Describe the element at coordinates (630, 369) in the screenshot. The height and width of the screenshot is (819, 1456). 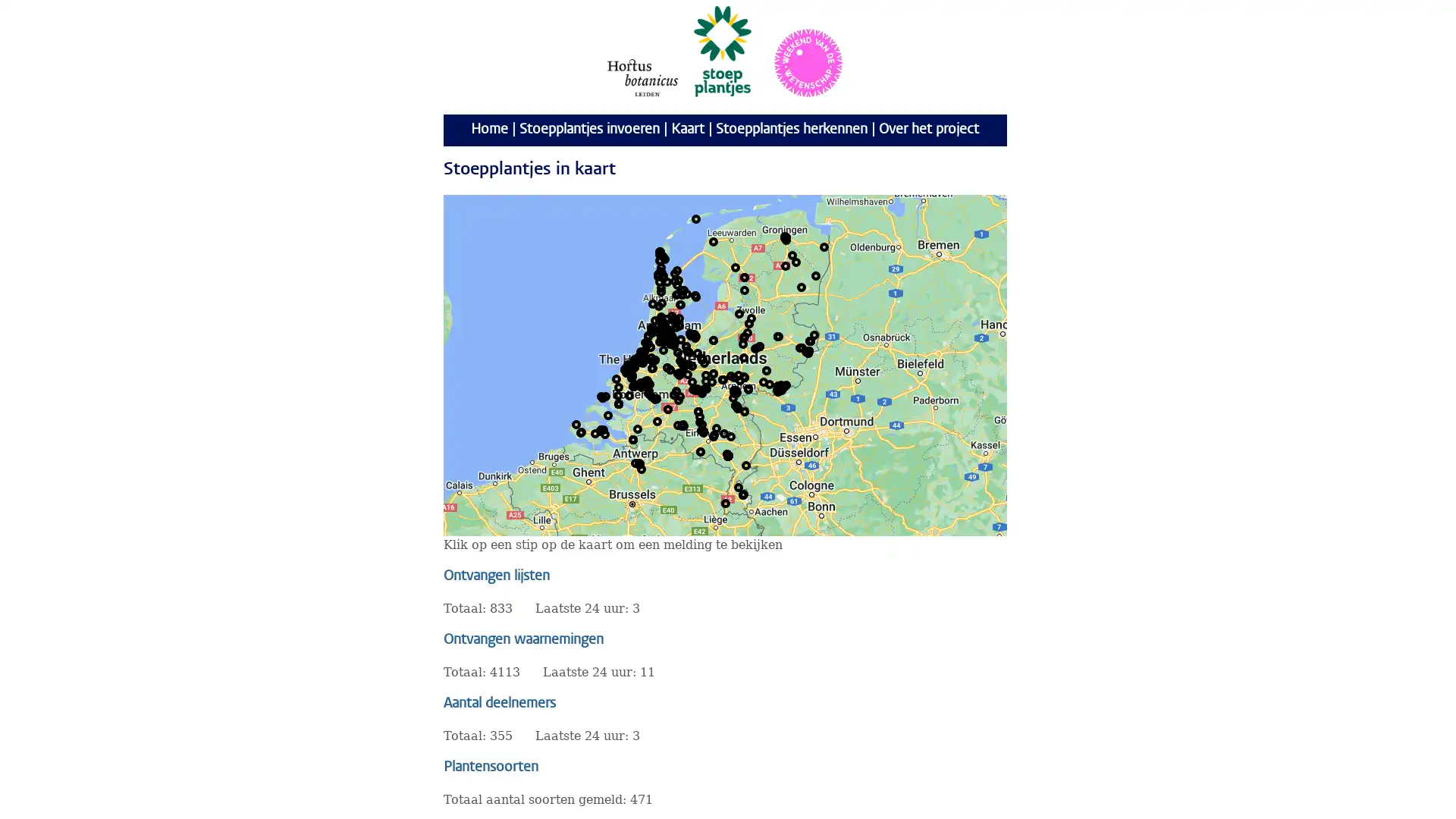
I see `Telling van Annemiek op 07 mei 2022` at that location.